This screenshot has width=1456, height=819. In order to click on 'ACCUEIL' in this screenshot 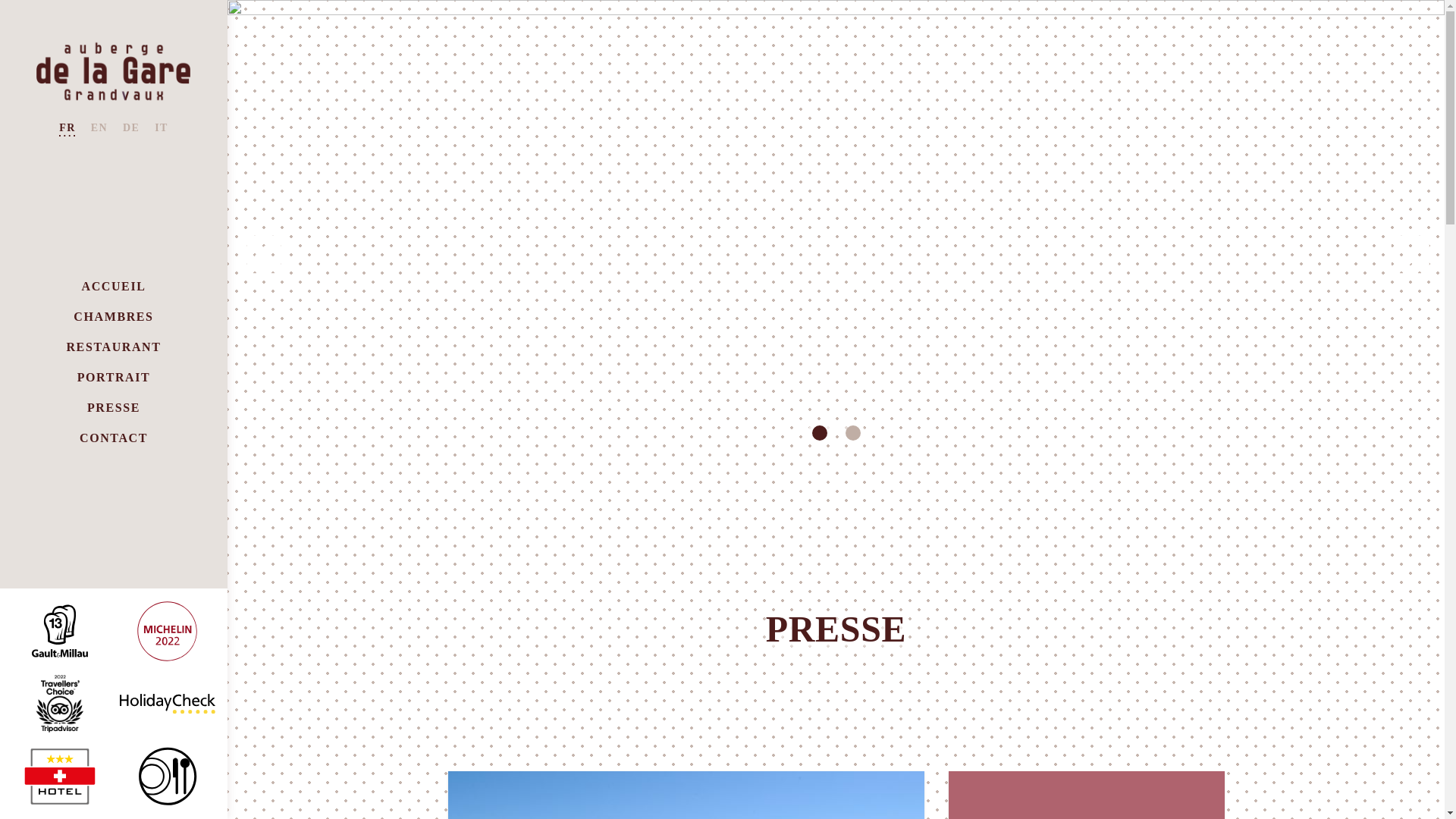, I will do `click(113, 287)`.